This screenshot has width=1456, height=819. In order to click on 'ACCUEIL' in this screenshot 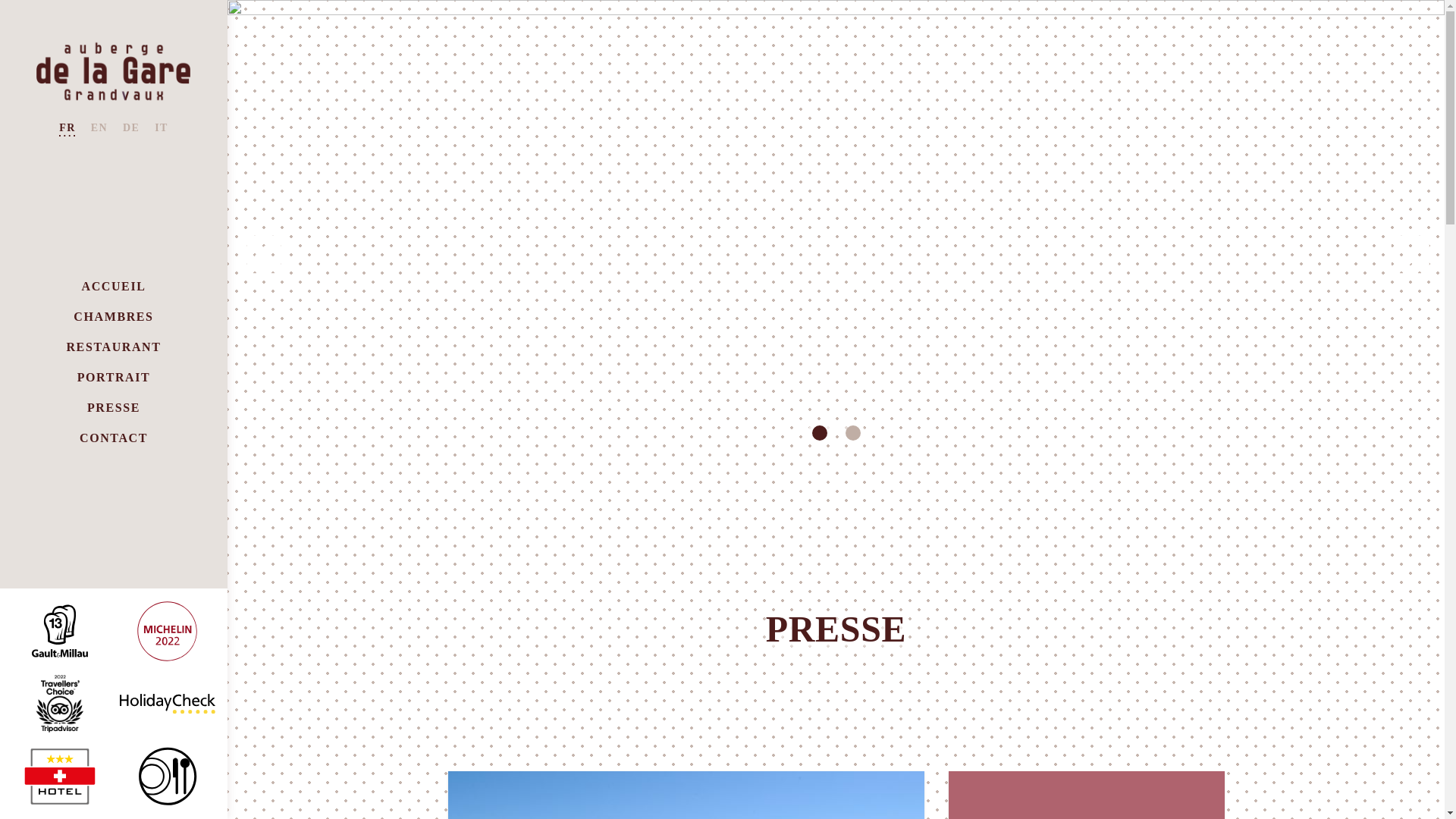, I will do `click(113, 287)`.